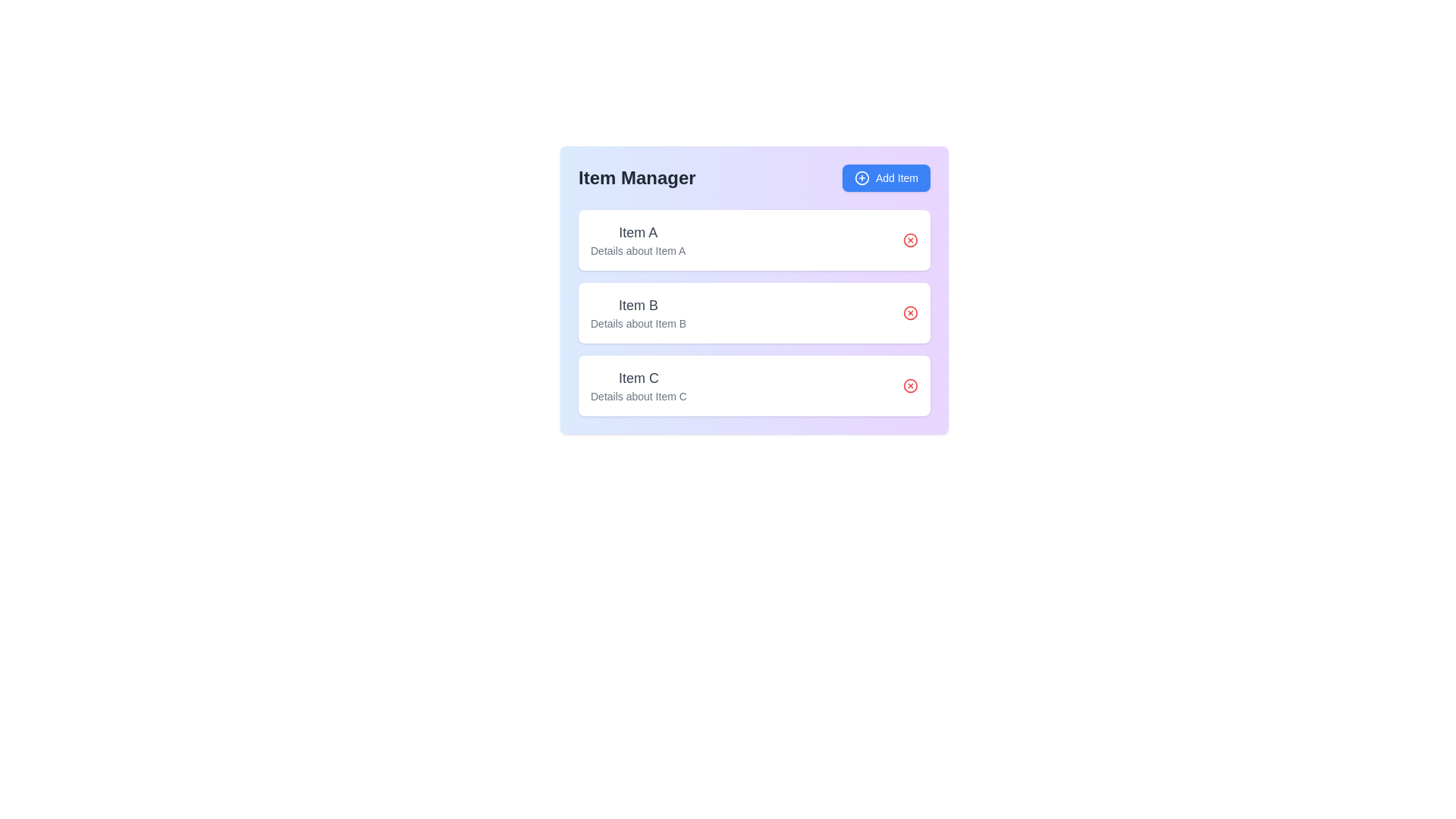  What do you see at coordinates (885, 177) in the screenshot?
I see `the 'Add Item' button to add a new item to the list` at bounding box center [885, 177].